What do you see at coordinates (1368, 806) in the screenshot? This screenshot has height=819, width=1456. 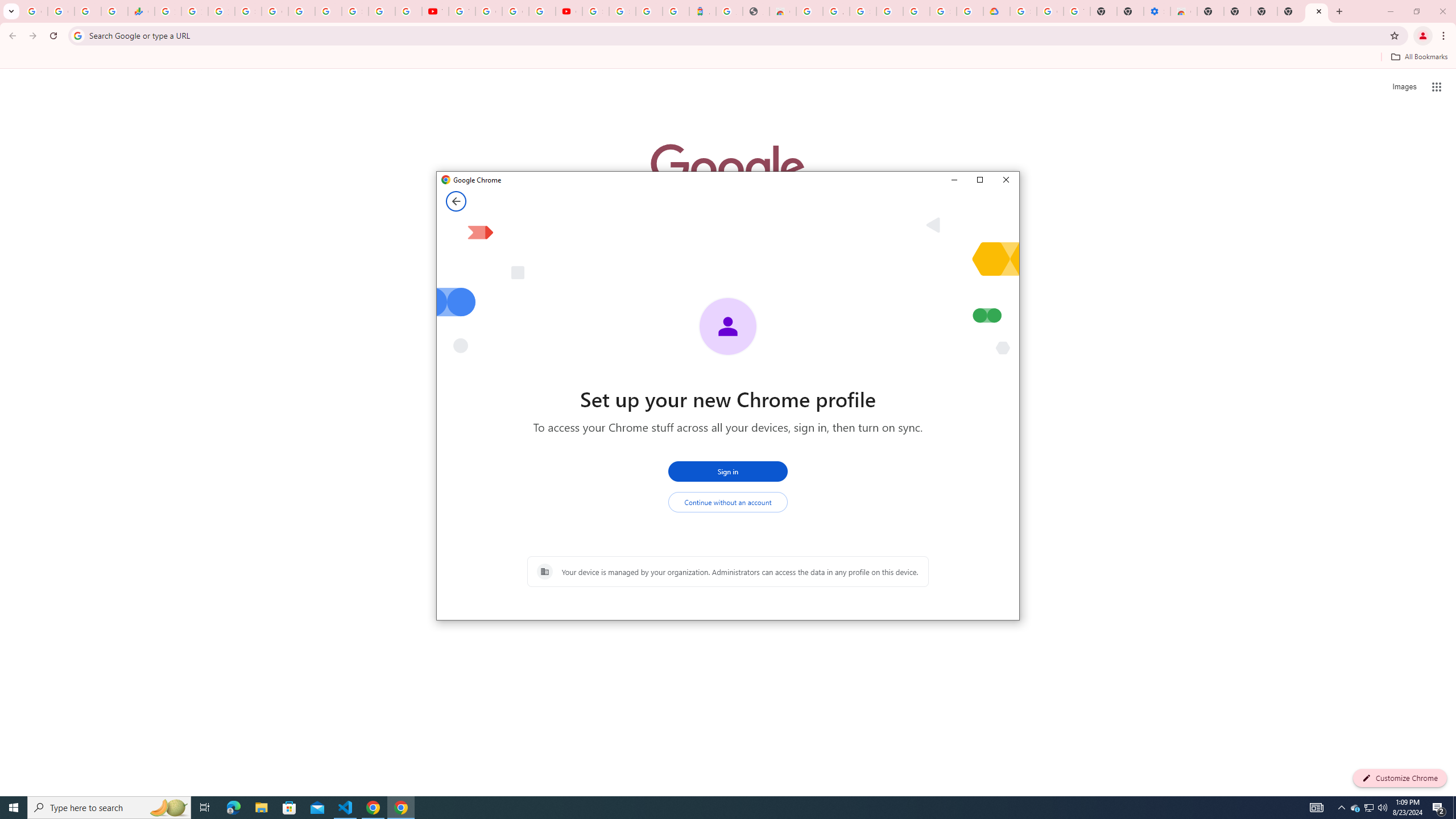 I see `'User Promoted Notification Area'` at bounding box center [1368, 806].